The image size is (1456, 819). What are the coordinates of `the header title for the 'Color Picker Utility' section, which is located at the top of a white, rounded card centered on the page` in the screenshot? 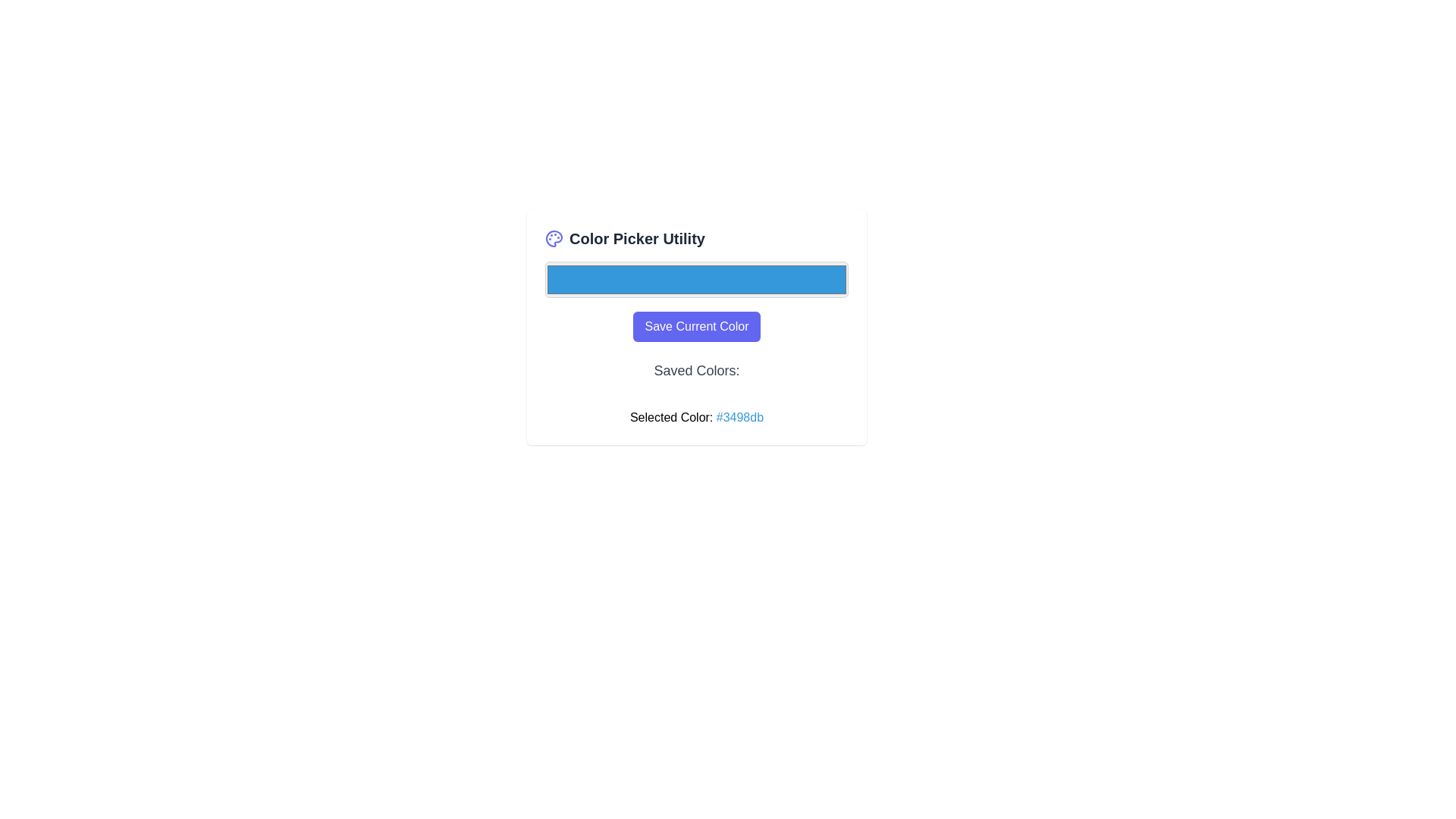 It's located at (695, 239).